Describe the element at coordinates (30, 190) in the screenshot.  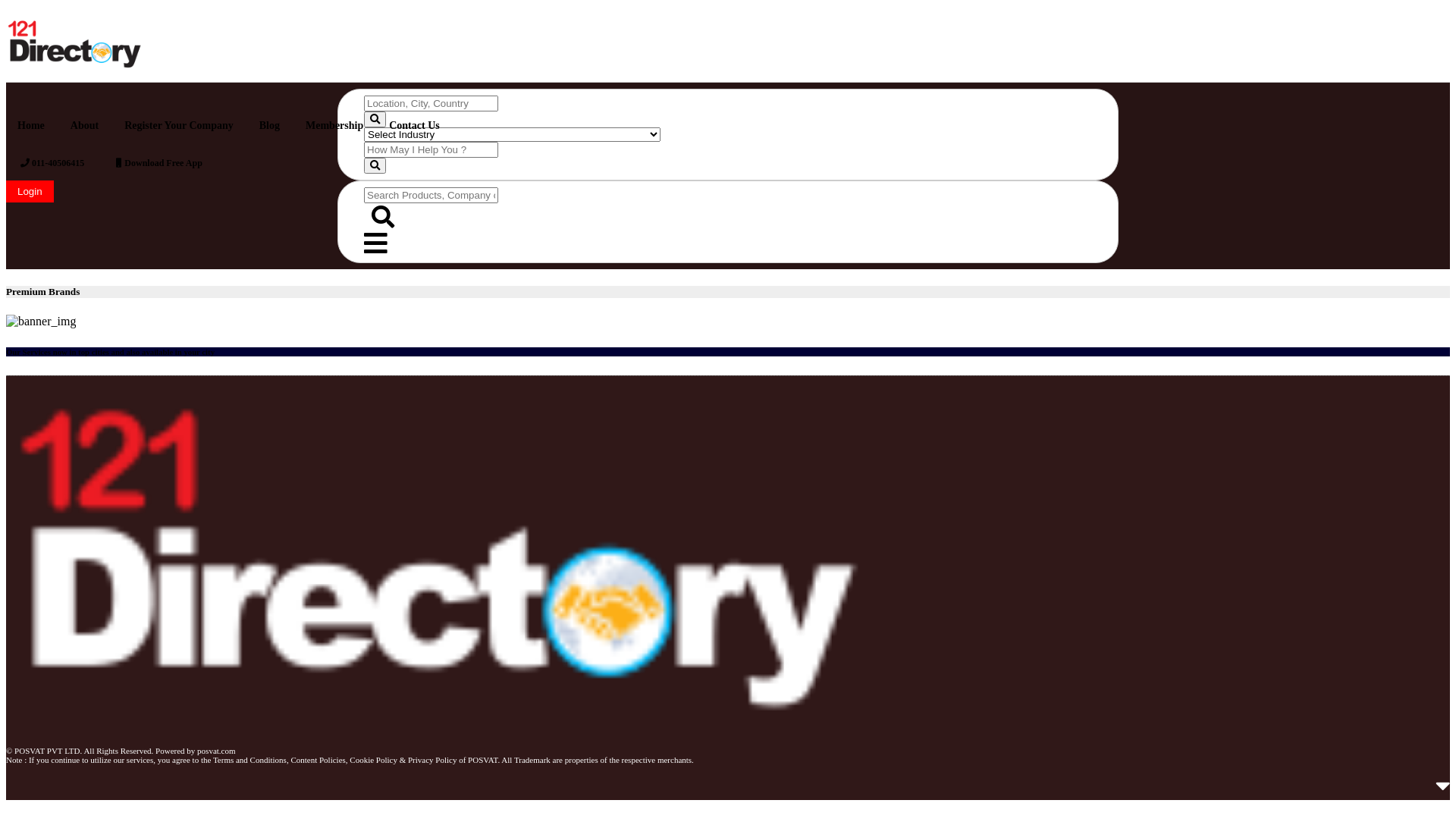
I see `'Login'` at that location.